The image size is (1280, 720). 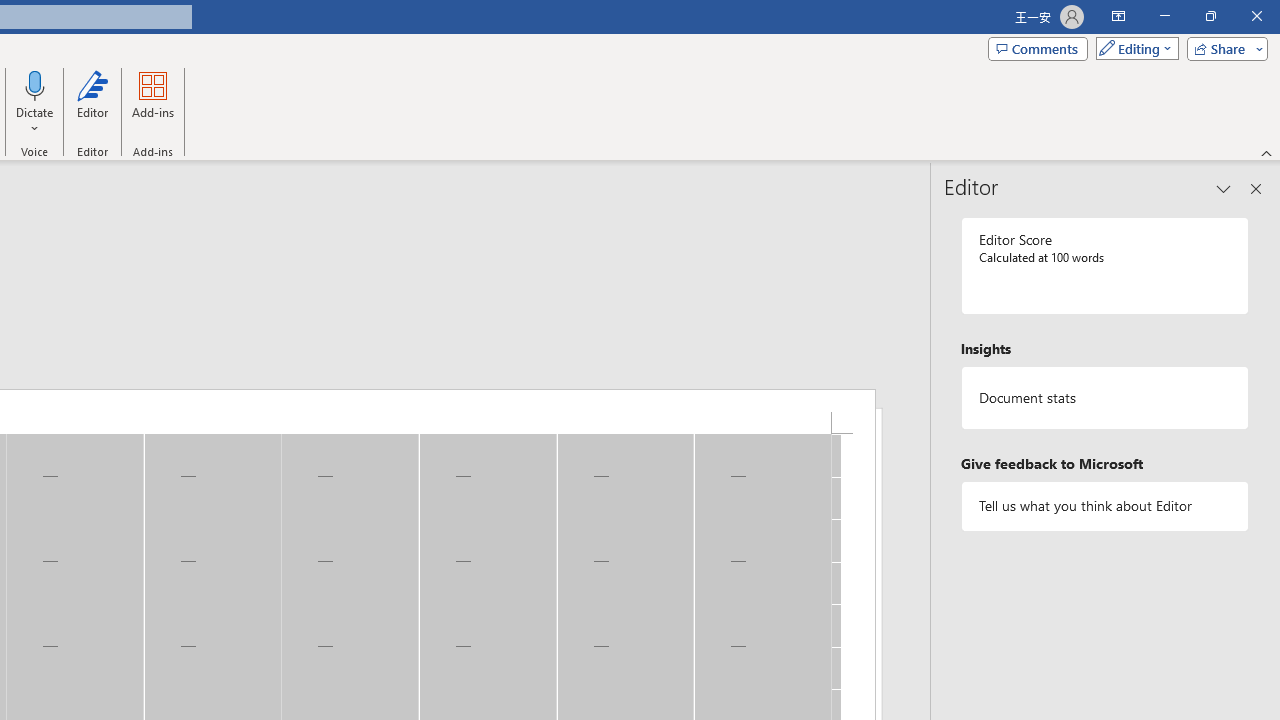 What do you see at coordinates (1266, 152) in the screenshot?
I see `'Collapse the Ribbon'` at bounding box center [1266, 152].